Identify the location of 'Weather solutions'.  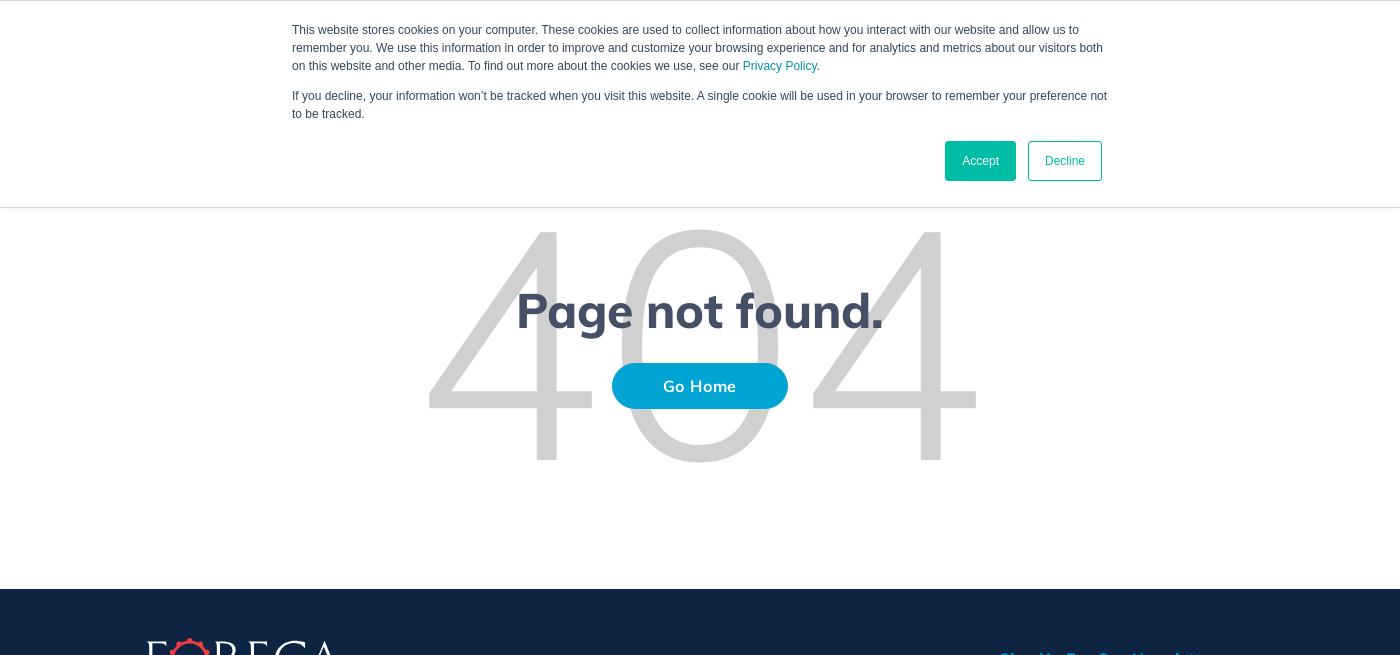
(725, 56).